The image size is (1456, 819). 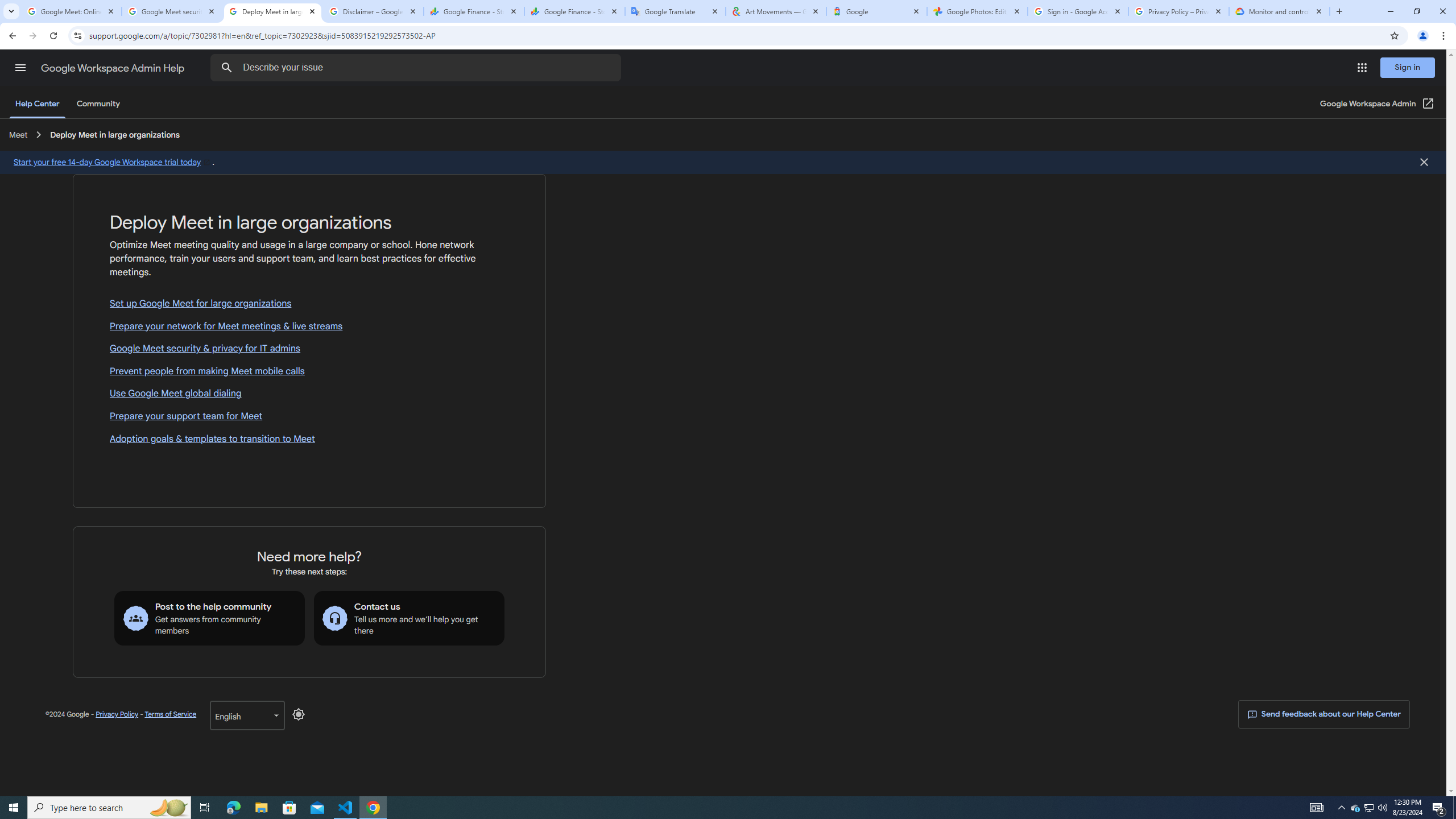 I want to click on 'Main menu', so click(x=19, y=67).